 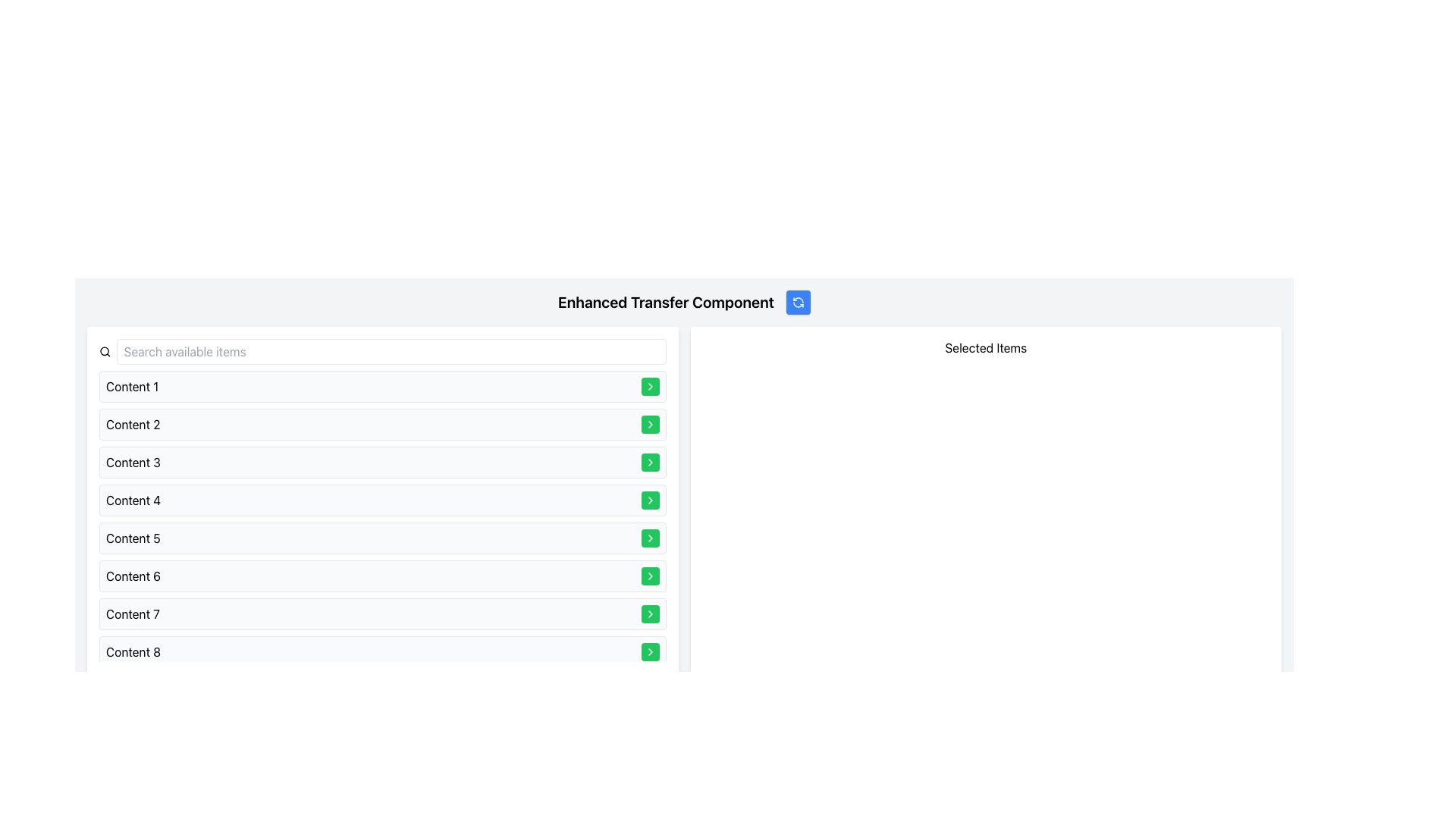 I want to click on the button aligned with 'Content 7', so click(x=650, y=614).